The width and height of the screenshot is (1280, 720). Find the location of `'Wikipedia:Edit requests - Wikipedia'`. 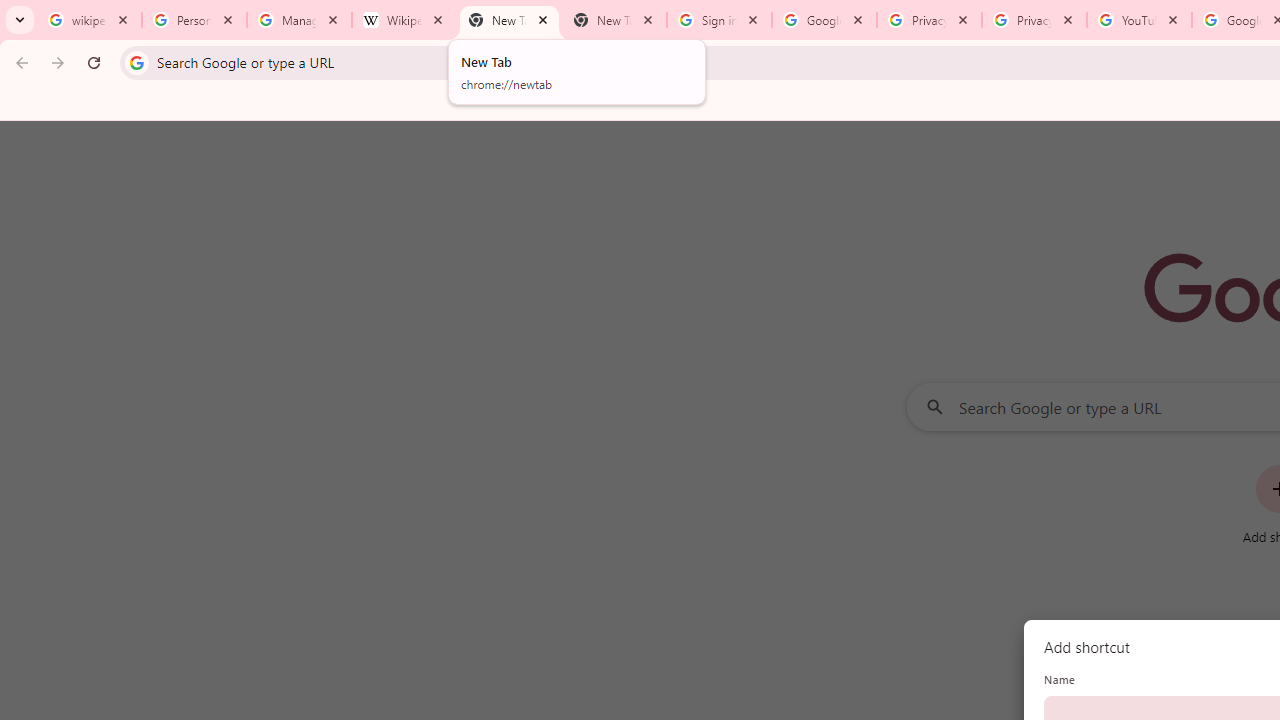

'Wikipedia:Edit requests - Wikipedia' is located at coordinates (403, 20).